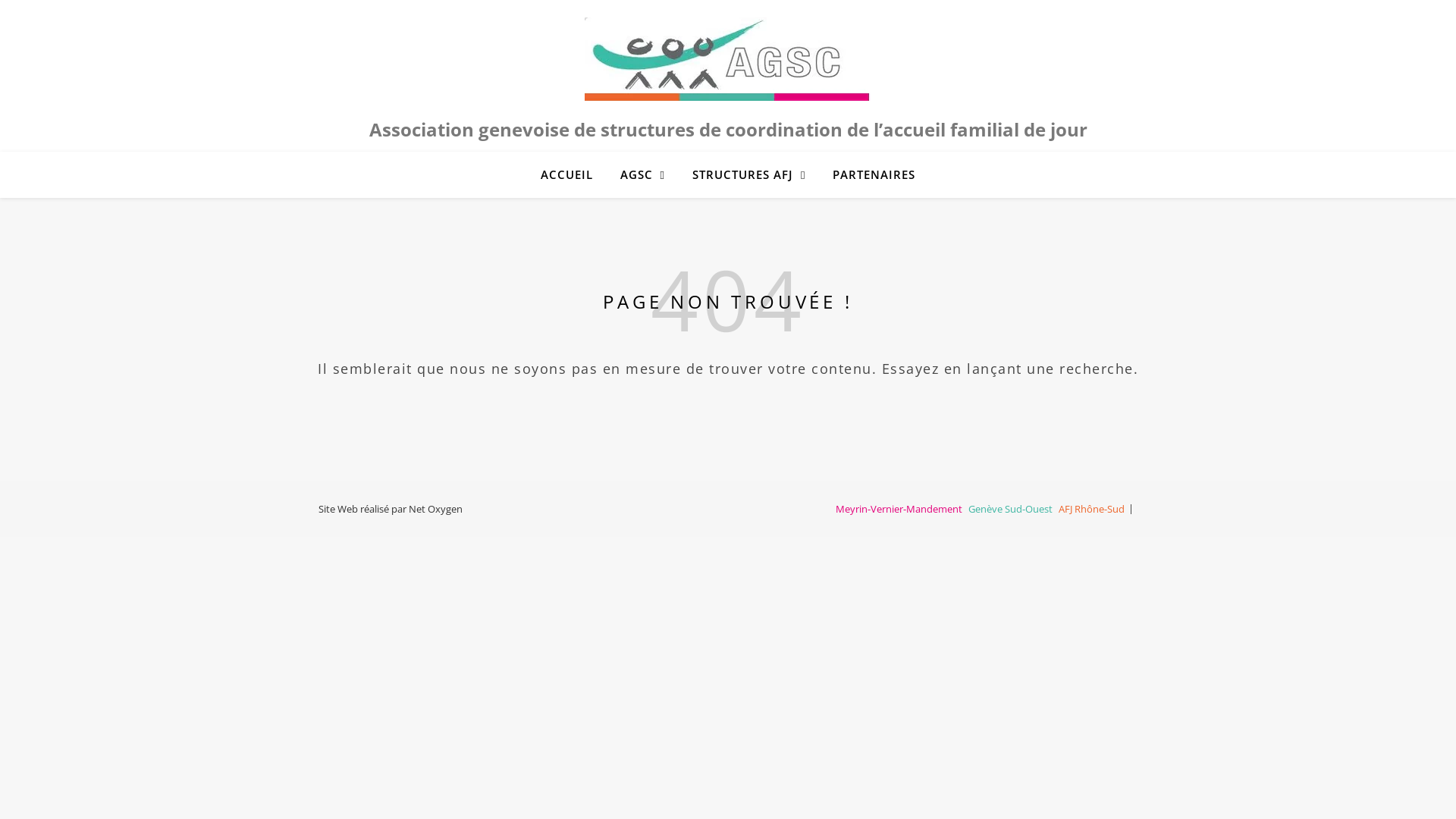 The image size is (1456, 819). I want to click on 'Net Oxygen', so click(408, 509).